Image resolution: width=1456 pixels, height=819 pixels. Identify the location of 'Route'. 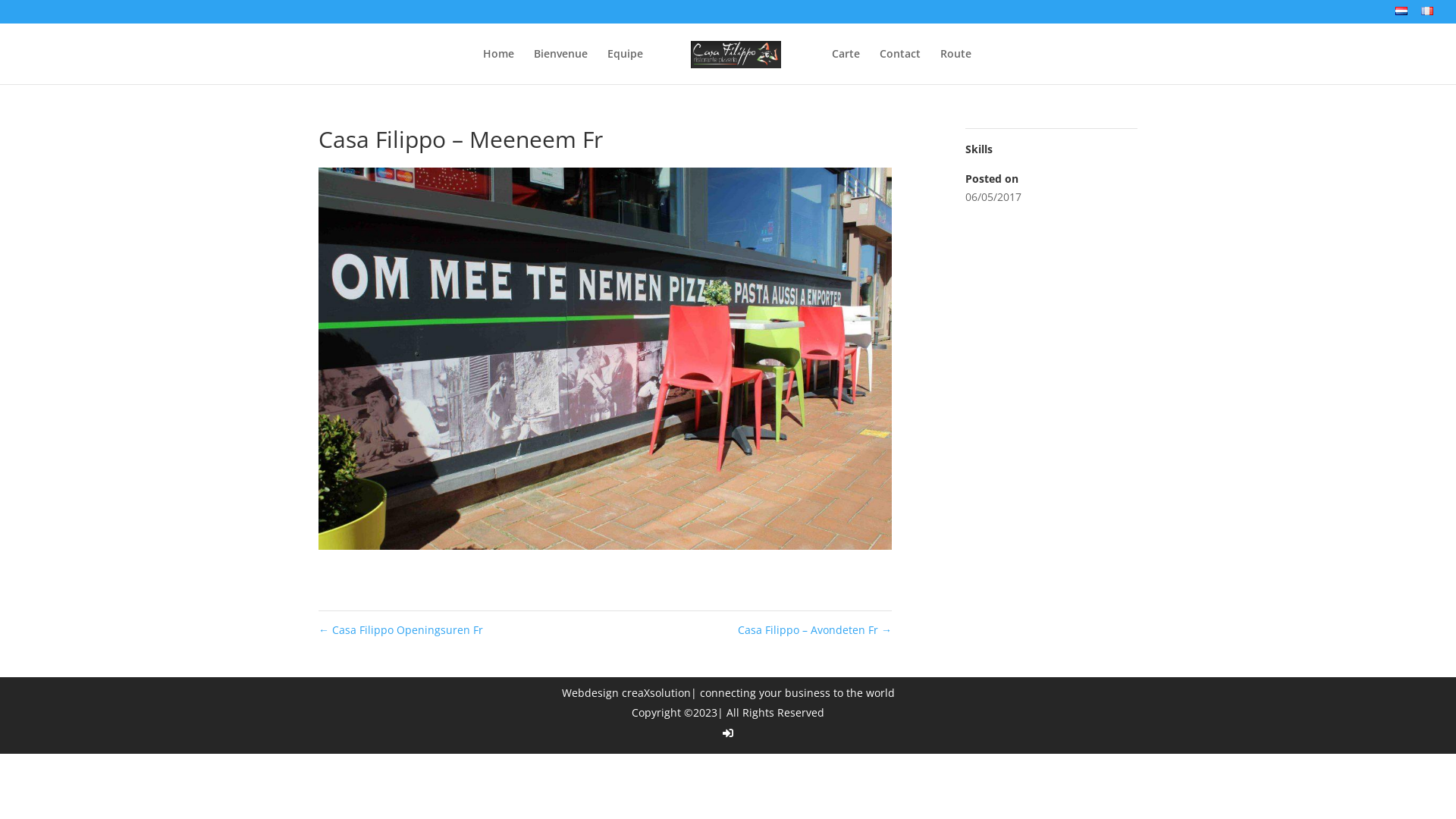
(955, 65).